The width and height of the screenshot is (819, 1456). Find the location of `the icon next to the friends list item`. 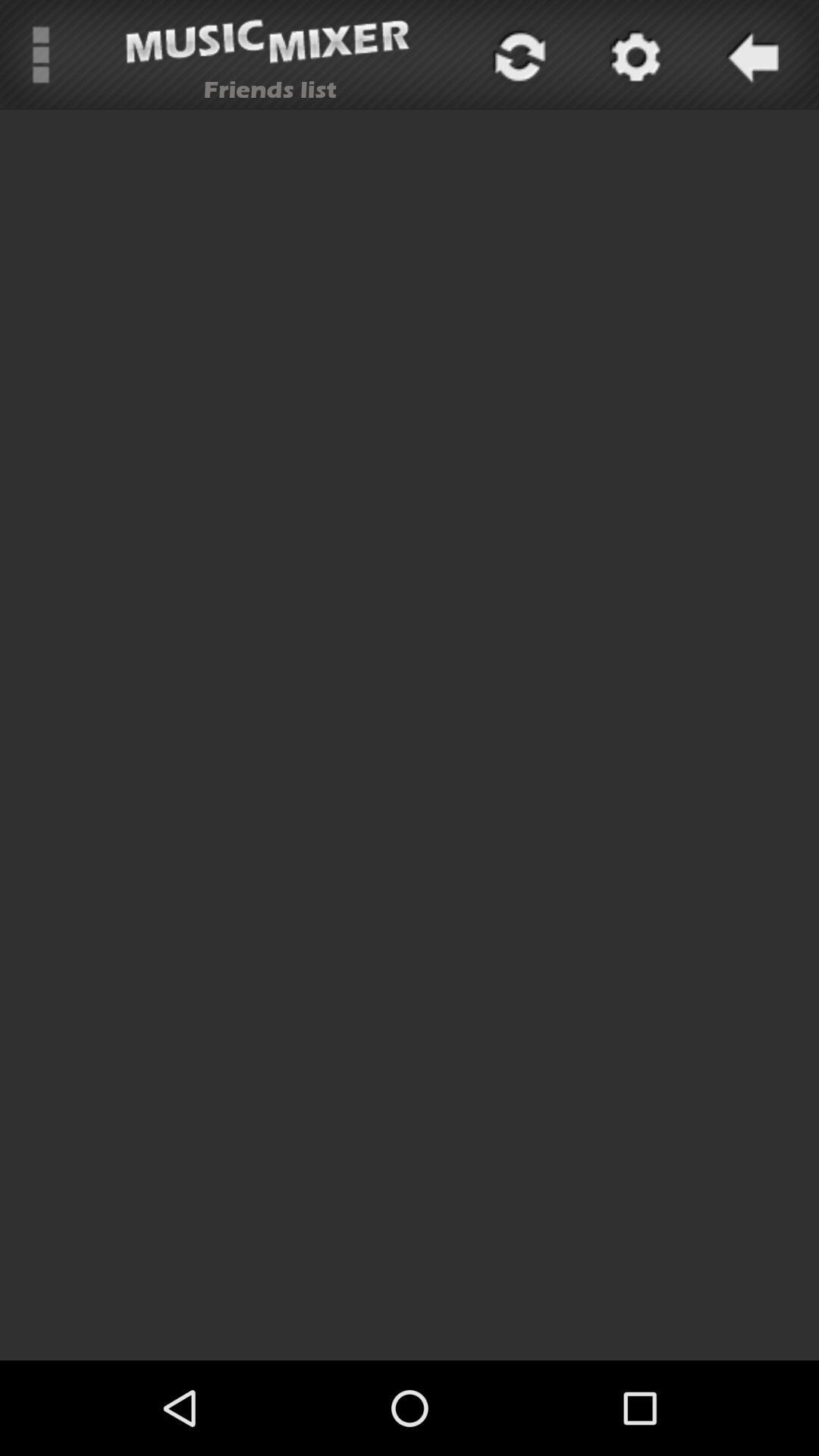

the icon next to the friends list item is located at coordinates (40, 55).